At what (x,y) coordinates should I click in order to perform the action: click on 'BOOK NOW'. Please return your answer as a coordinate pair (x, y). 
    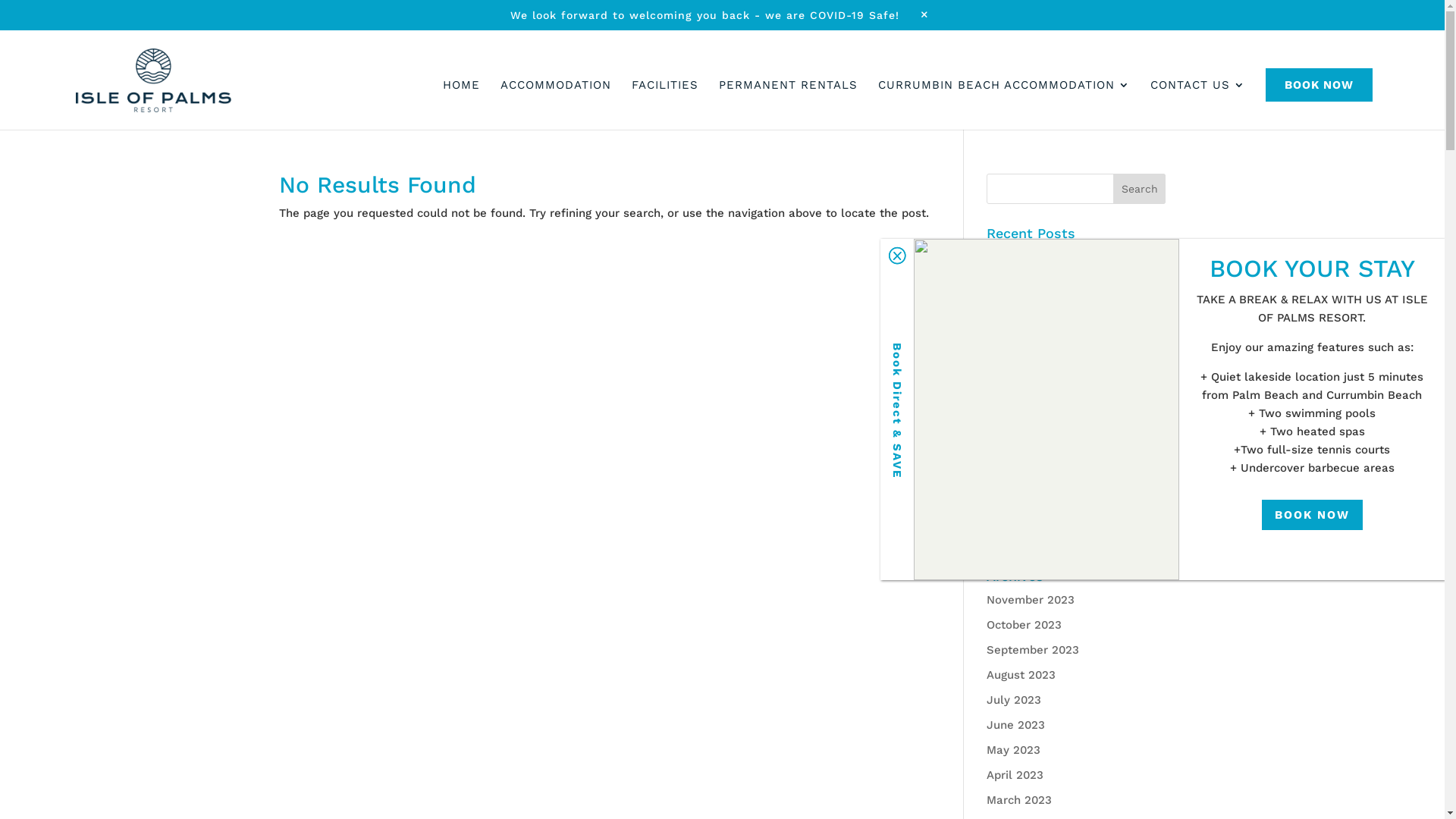
    Looking at the image, I should click on (1266, 84).